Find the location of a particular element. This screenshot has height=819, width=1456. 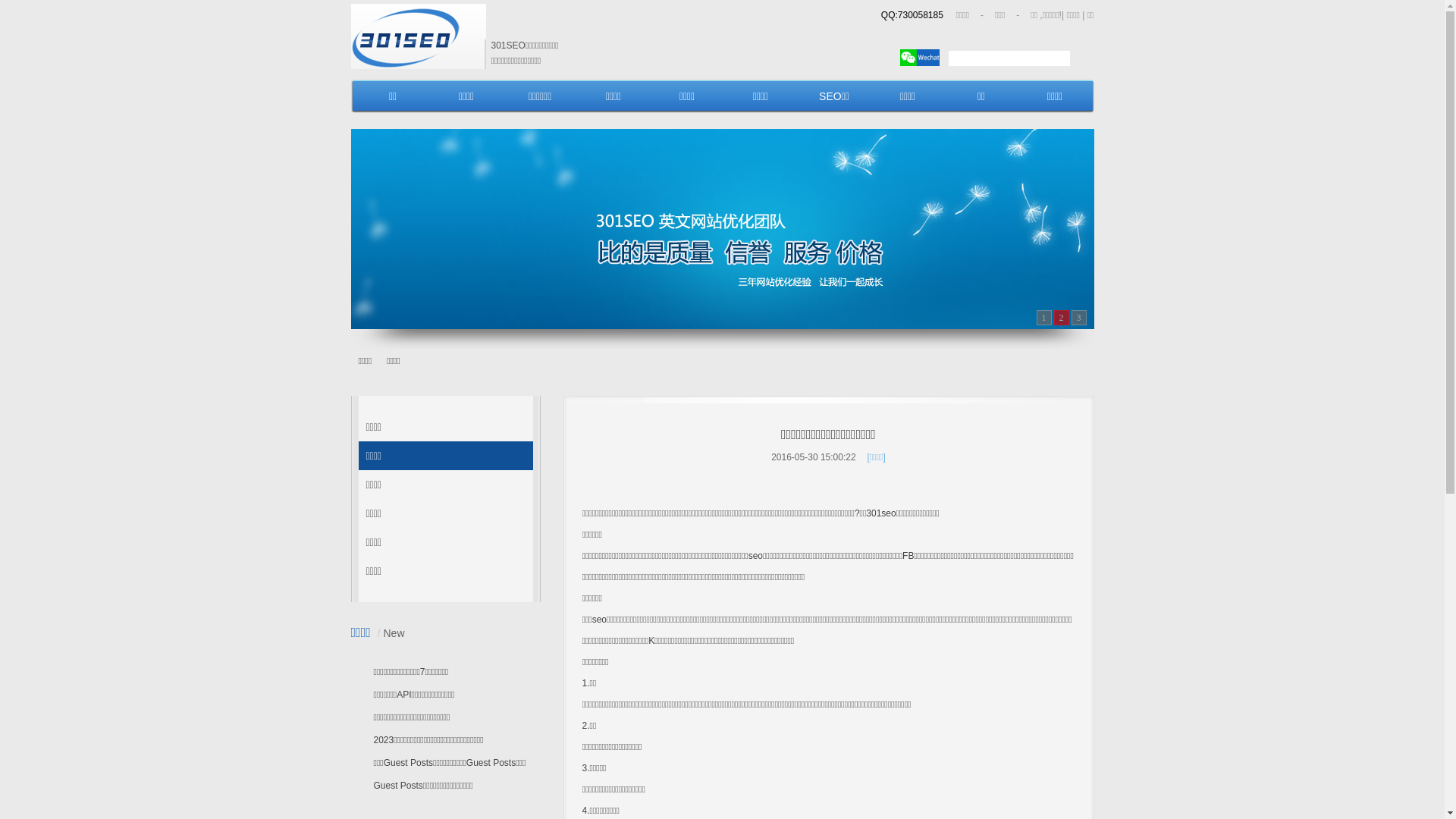

'QQ:730058185' is located at coordinates (912, 14).